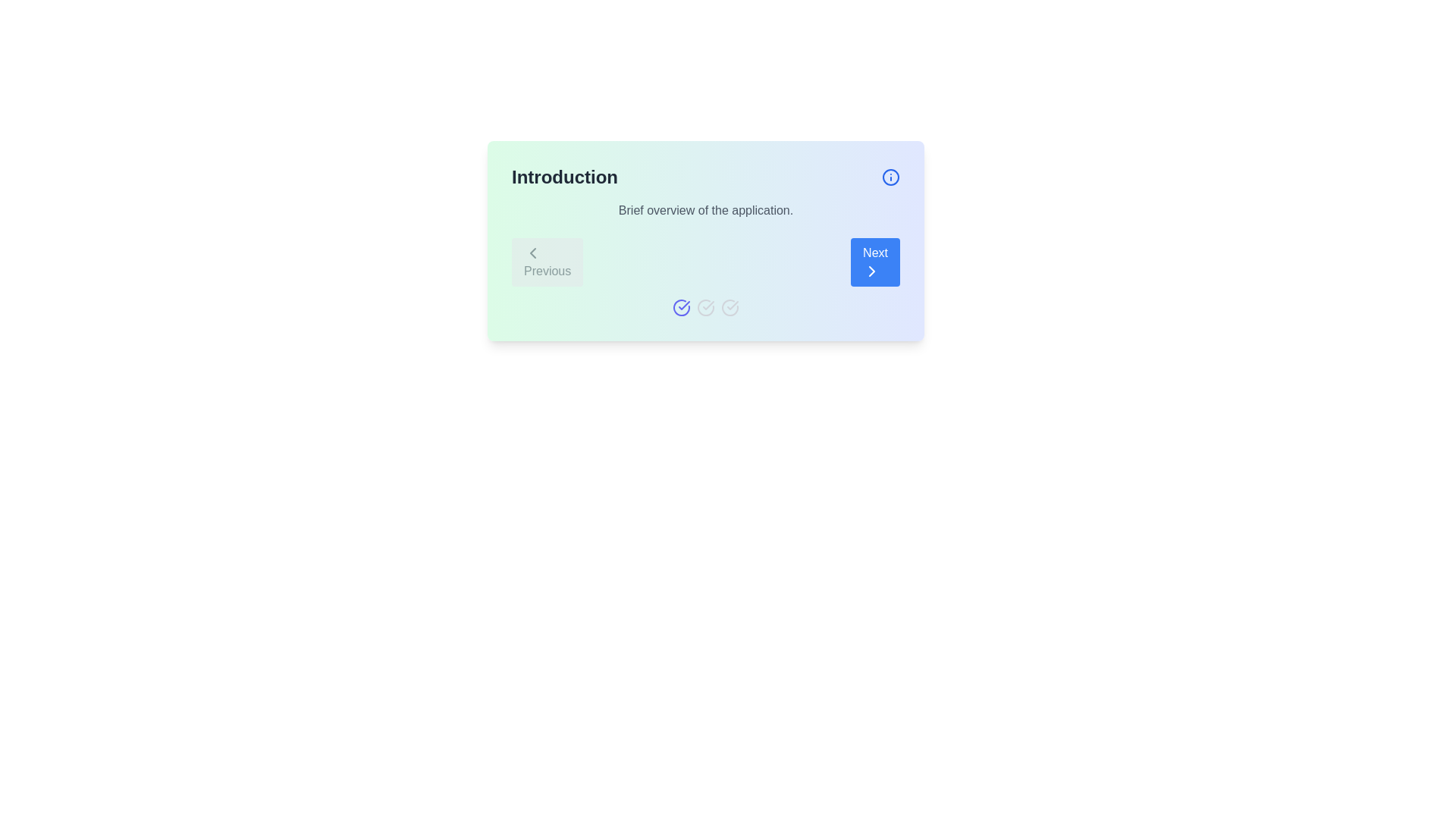  I want to click on the informational icon in the top-right corner of the 'Introduction' header bar, so click(891, 177).